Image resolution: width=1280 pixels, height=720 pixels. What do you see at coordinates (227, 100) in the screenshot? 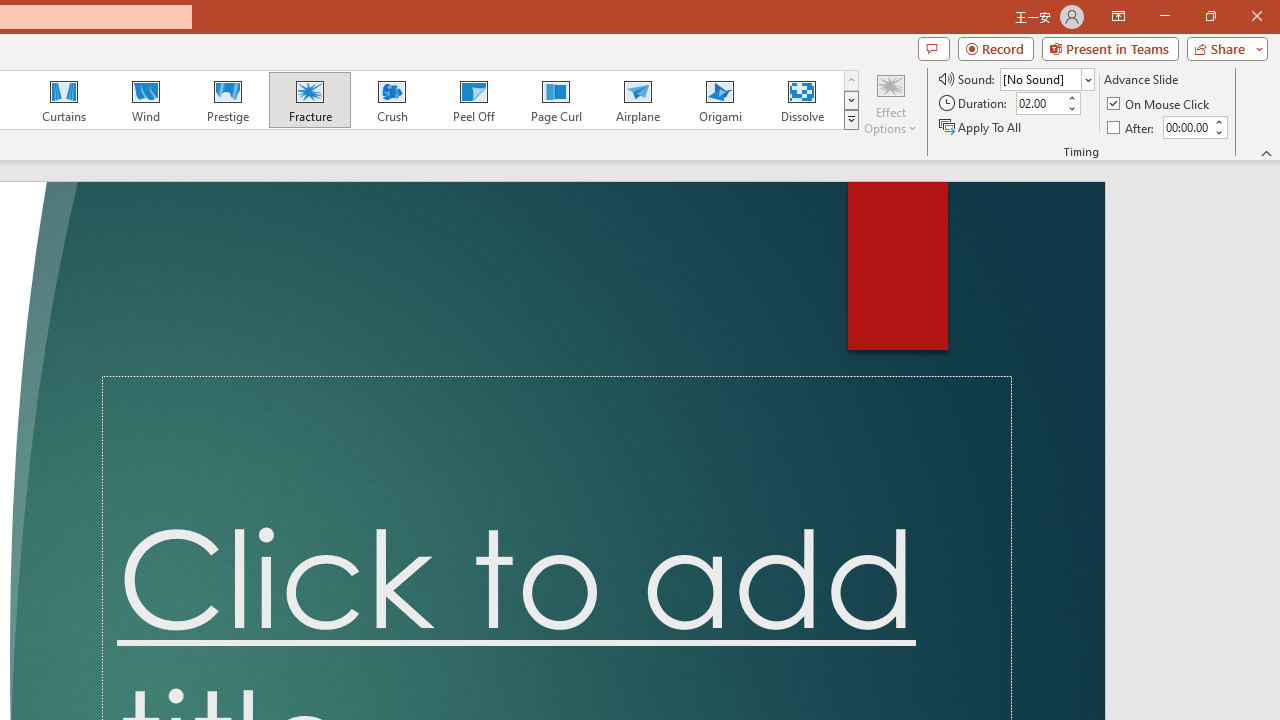
I see `'Prestige'` at bounding box center [227, 100].